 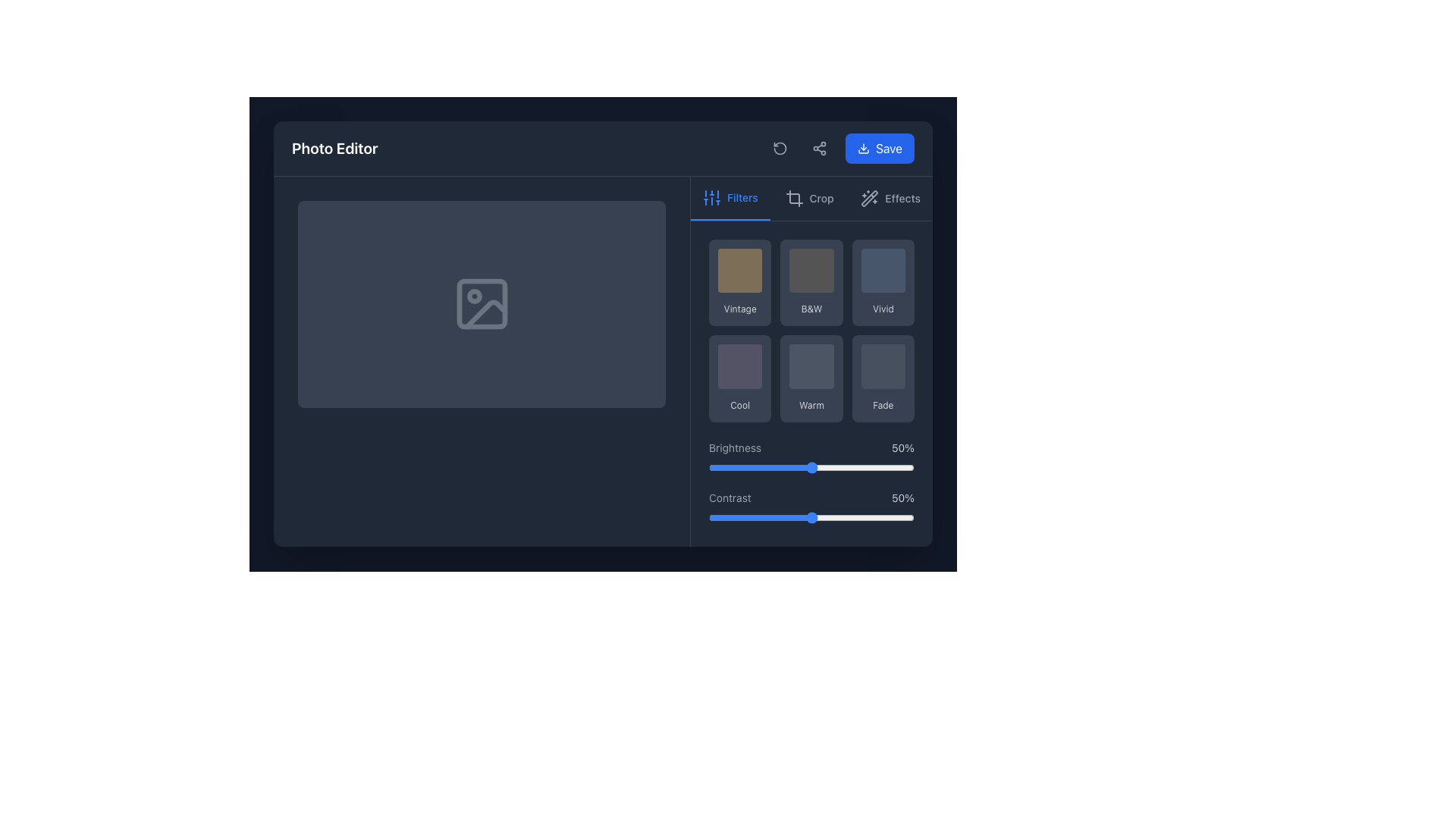 What do you see at coordinates (811, 404) in the screenshot?
I see `the label 'Warm' which is displayed in a small, sans-serif font with light gray color, located at the bottom of the second filter option in the second row of the grid` at bounding box center [811, 404].